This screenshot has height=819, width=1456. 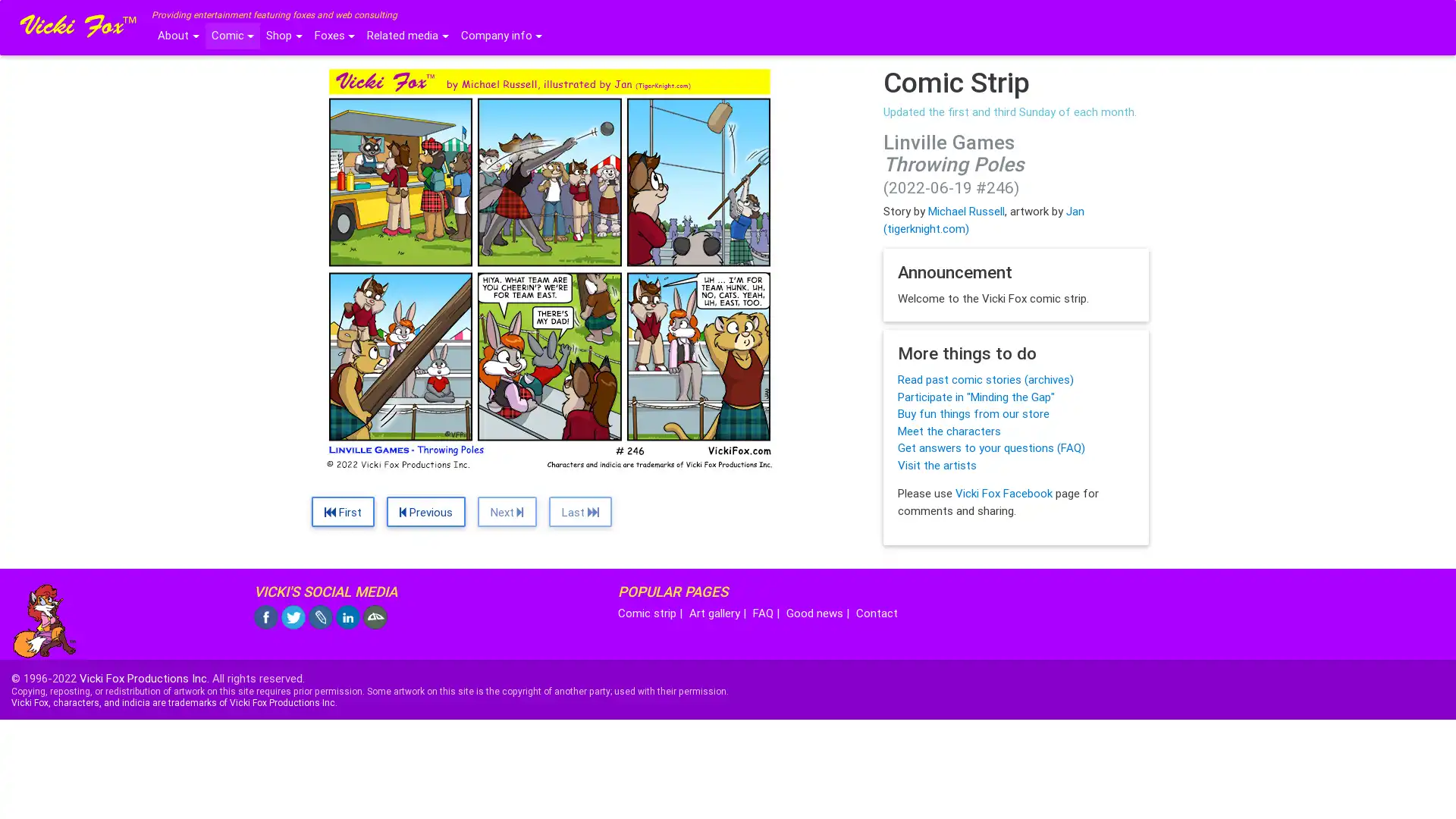 What do you see at coordinates (425, 512) in the screenshot?
I see `Previous` at bounding box center [425, 512].